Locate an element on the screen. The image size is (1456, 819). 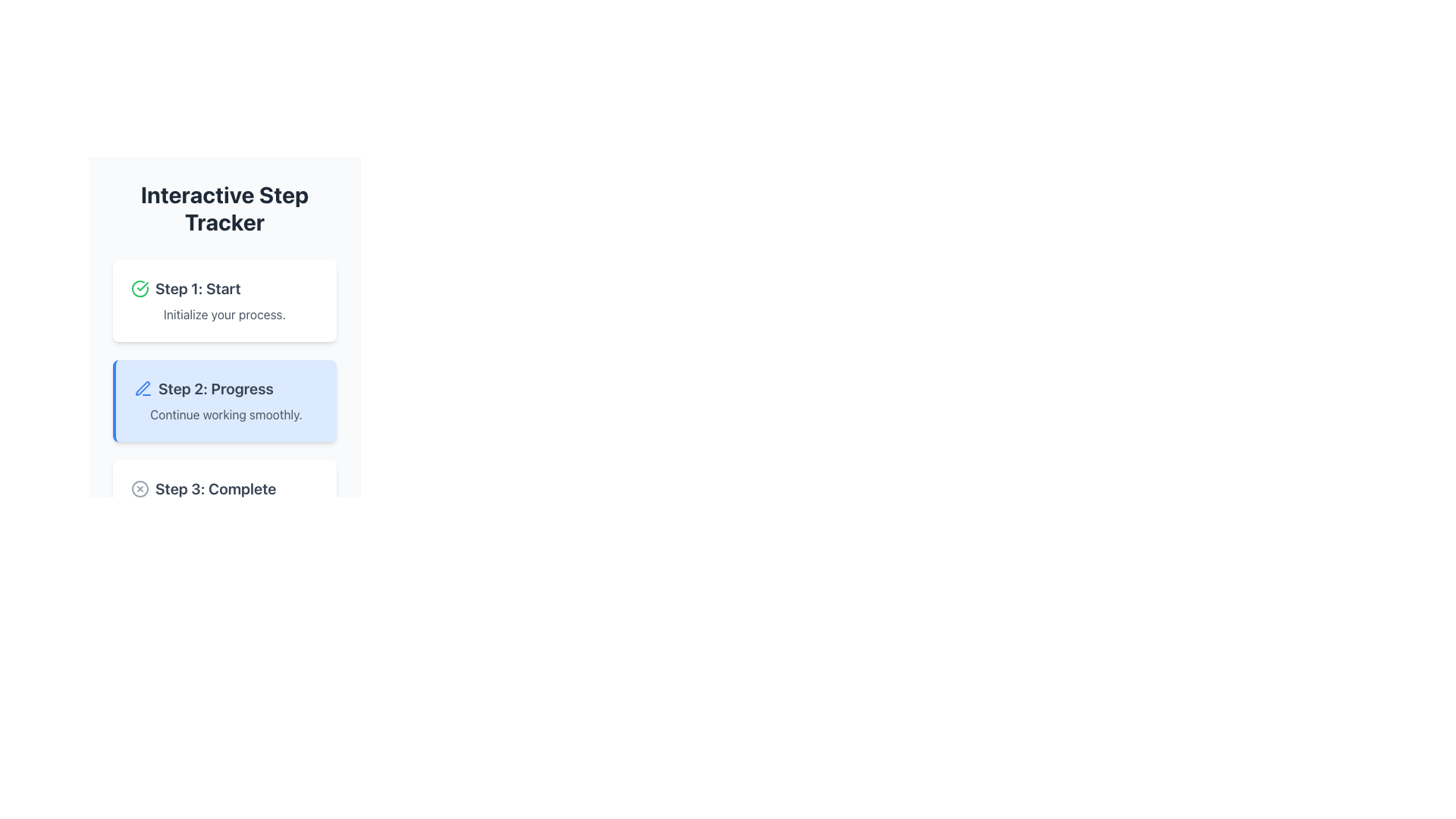
the static icon representing the completion of the first step in the 'Interactive Step Tracker' section, located to the left of the text 'Step 1: Start' is located at coordinates (140, 289).